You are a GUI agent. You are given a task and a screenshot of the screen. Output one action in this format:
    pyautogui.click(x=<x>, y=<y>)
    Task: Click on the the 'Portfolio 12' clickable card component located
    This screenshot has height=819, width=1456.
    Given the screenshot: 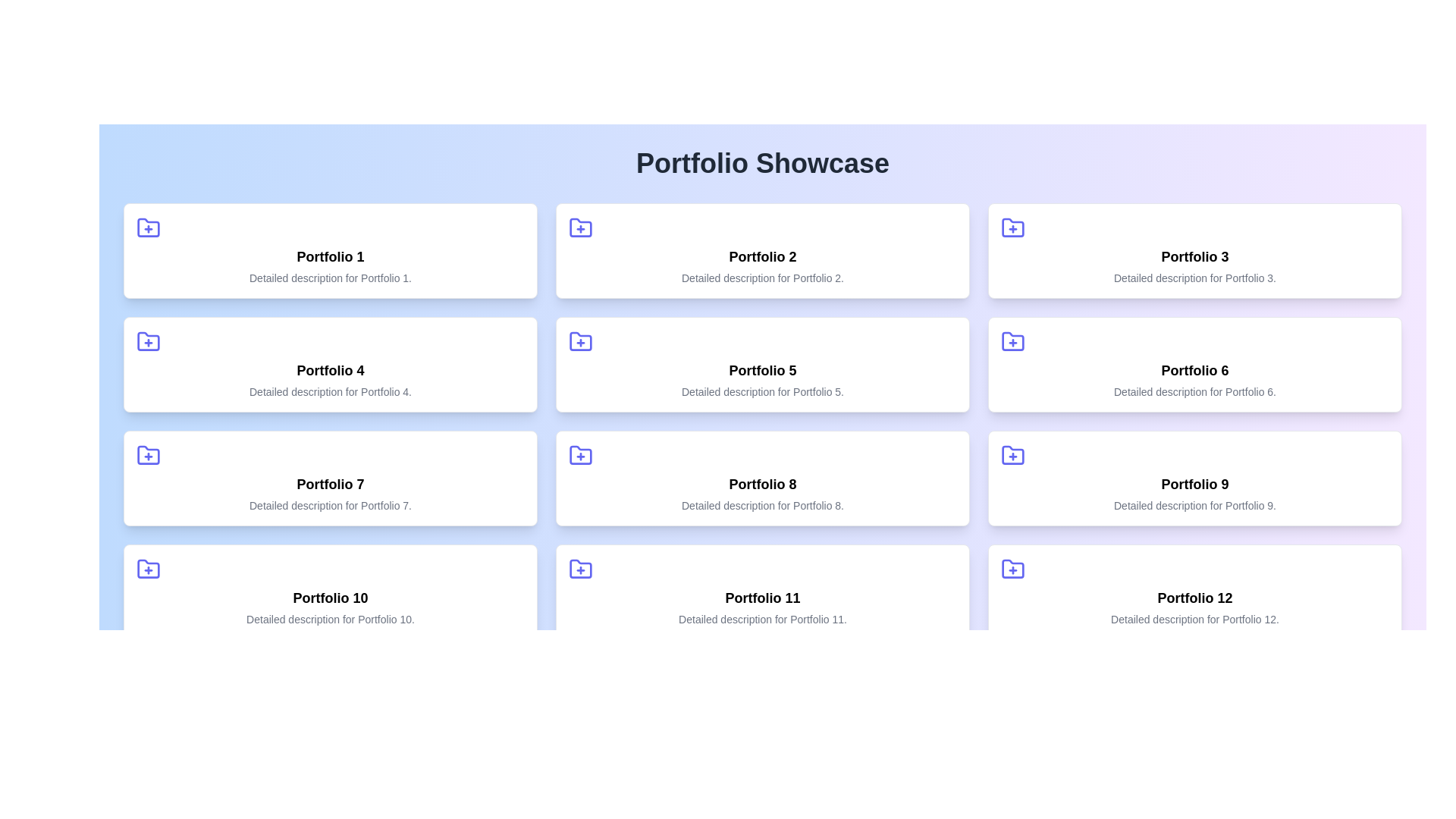 What is the action you would take?
    pyautogui.click(x=1194, y=591)
    